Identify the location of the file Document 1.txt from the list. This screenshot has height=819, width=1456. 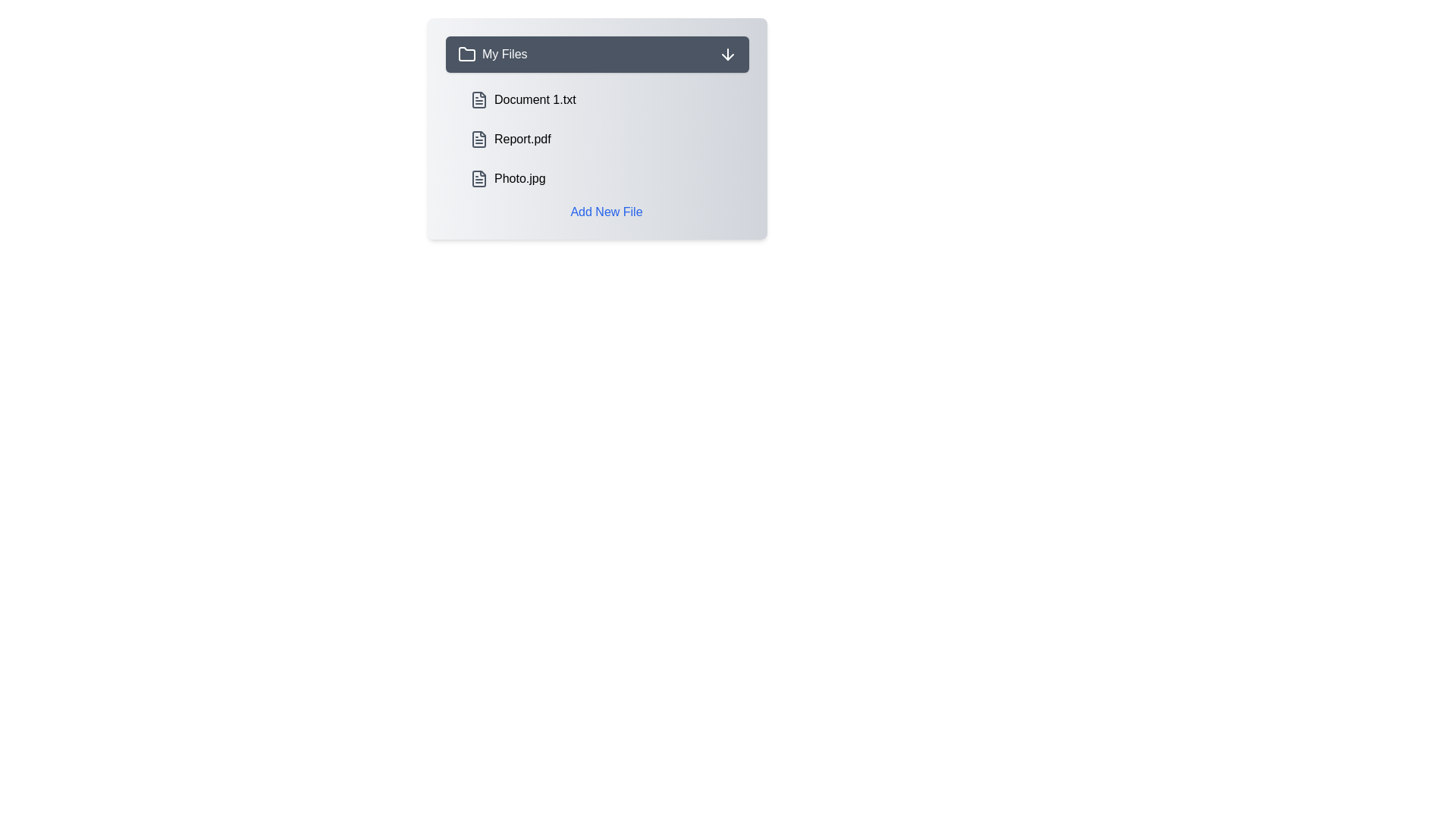
(607, 99).